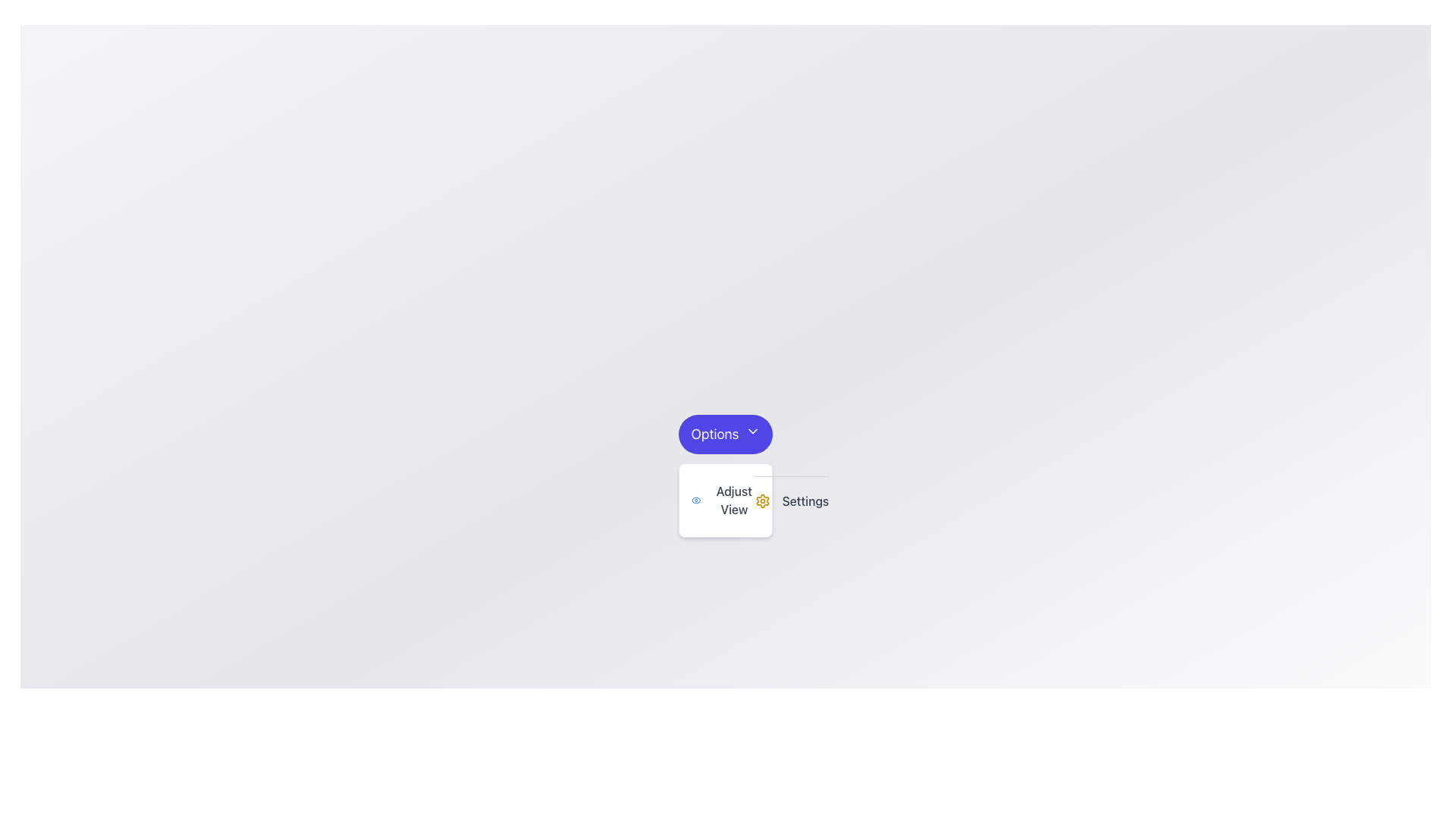  Describe the element at coordinates (805, 500) in the screenshot. I see `the 'Settings' text label located in the dropdown menu beneath the 'Options' button` at that location.